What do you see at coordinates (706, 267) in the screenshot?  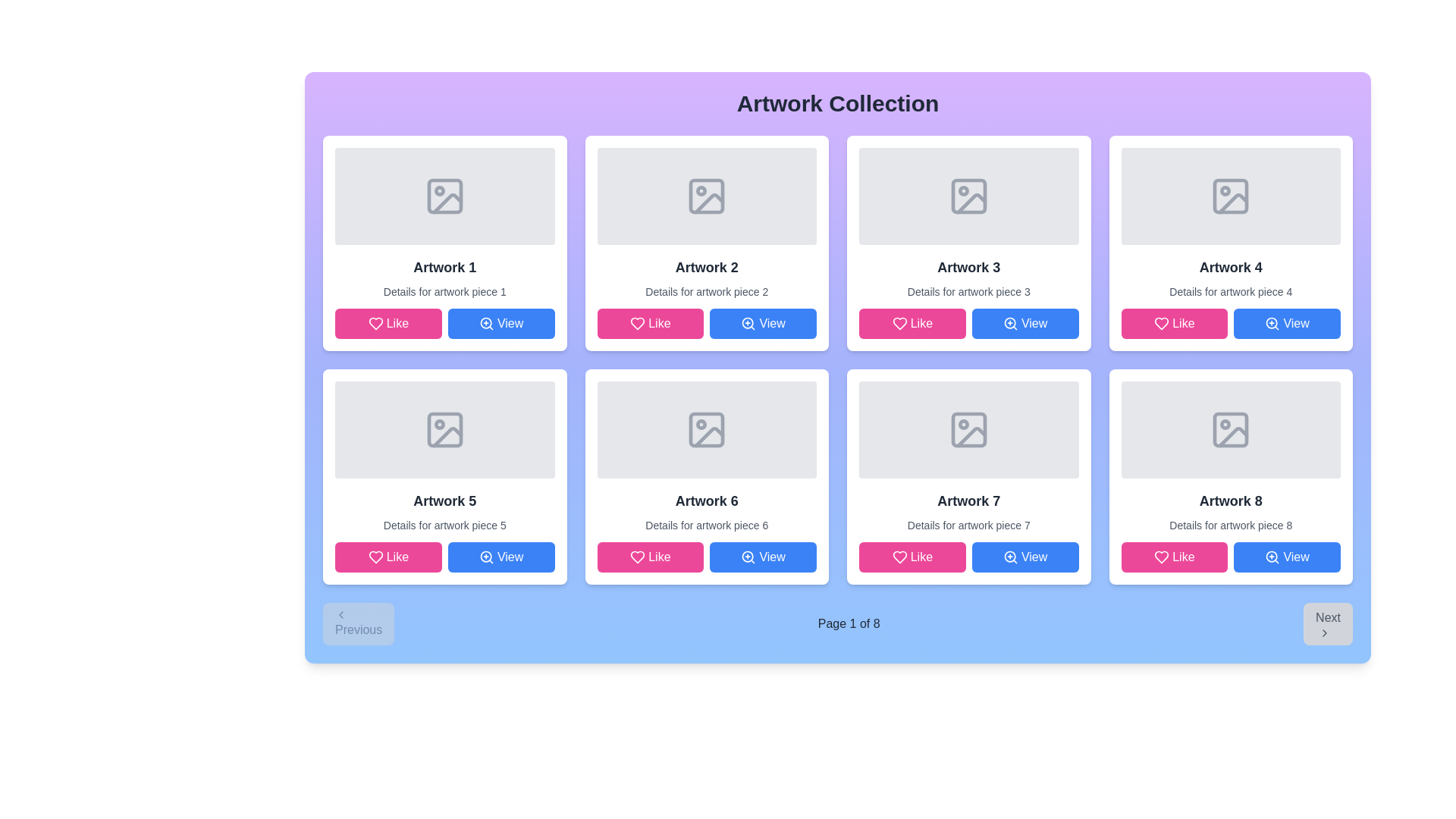 I see `the text label that serves as the main title for the artwork piece on the second card in the first row of the grid layout` at bounding box center [706, 267].